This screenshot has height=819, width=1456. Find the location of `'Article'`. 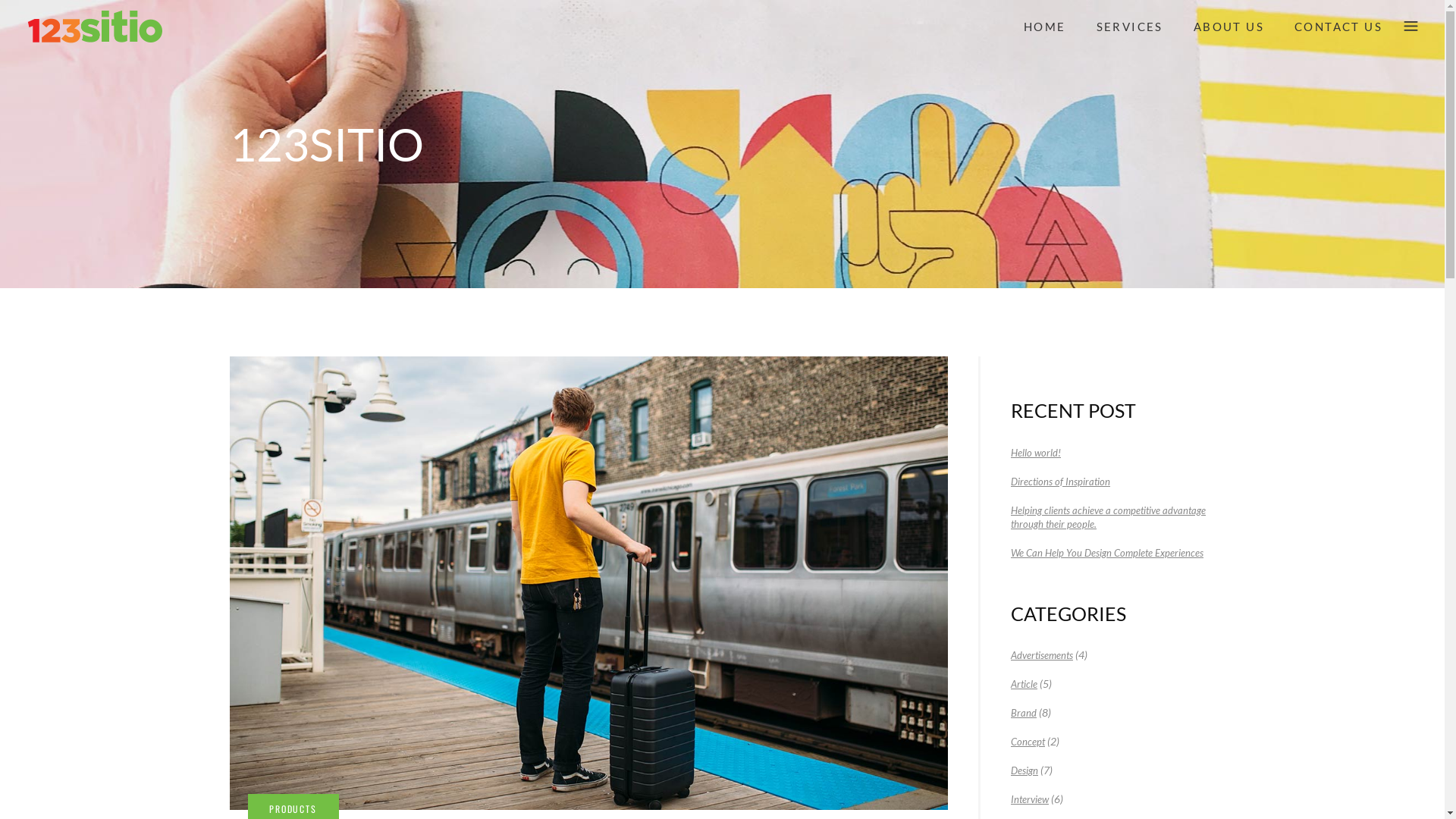

'Article' is located at coordinates (1024, 684).